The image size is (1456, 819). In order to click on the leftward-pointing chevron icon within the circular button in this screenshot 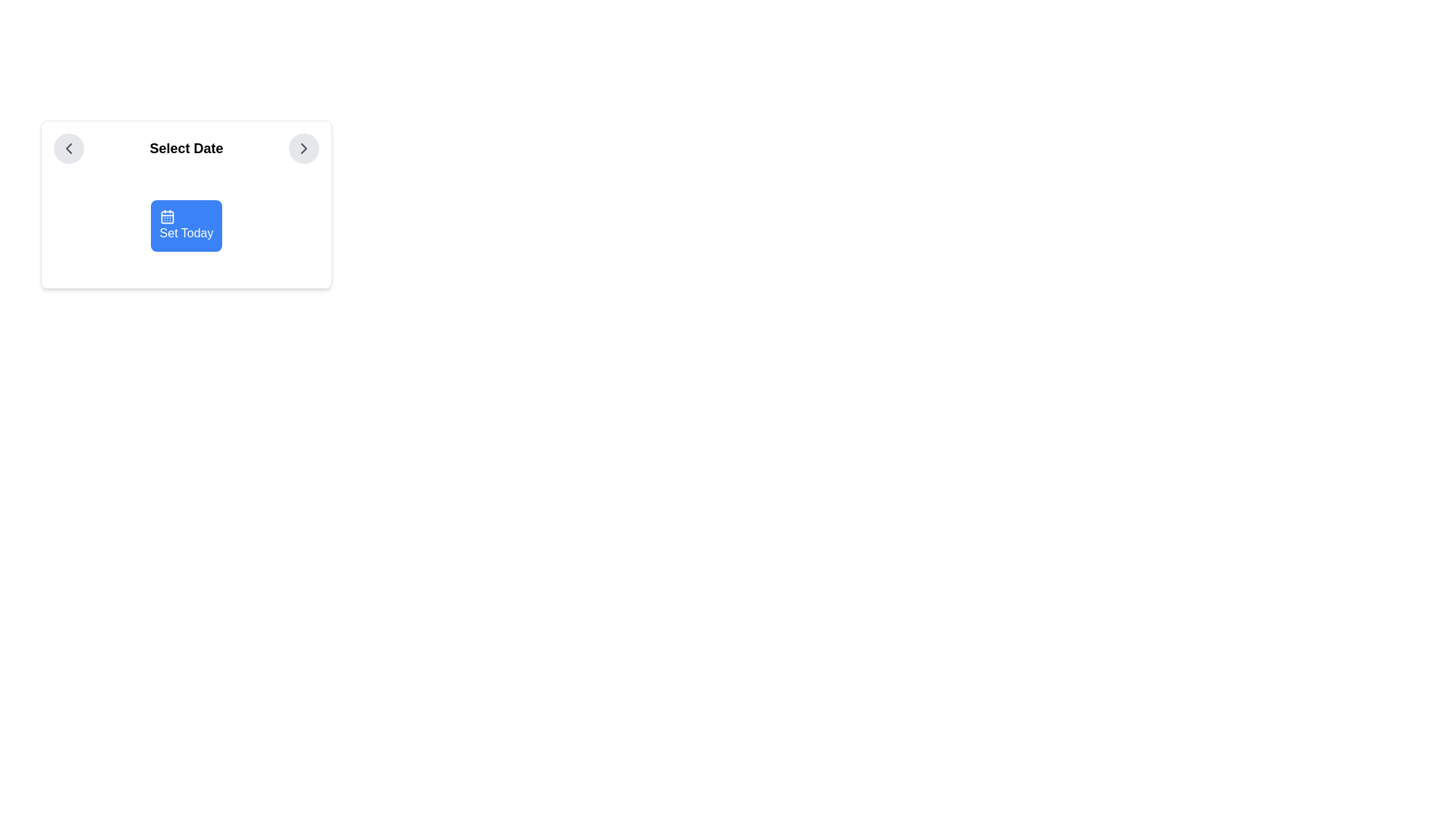, I will do `click(68, 149)`.